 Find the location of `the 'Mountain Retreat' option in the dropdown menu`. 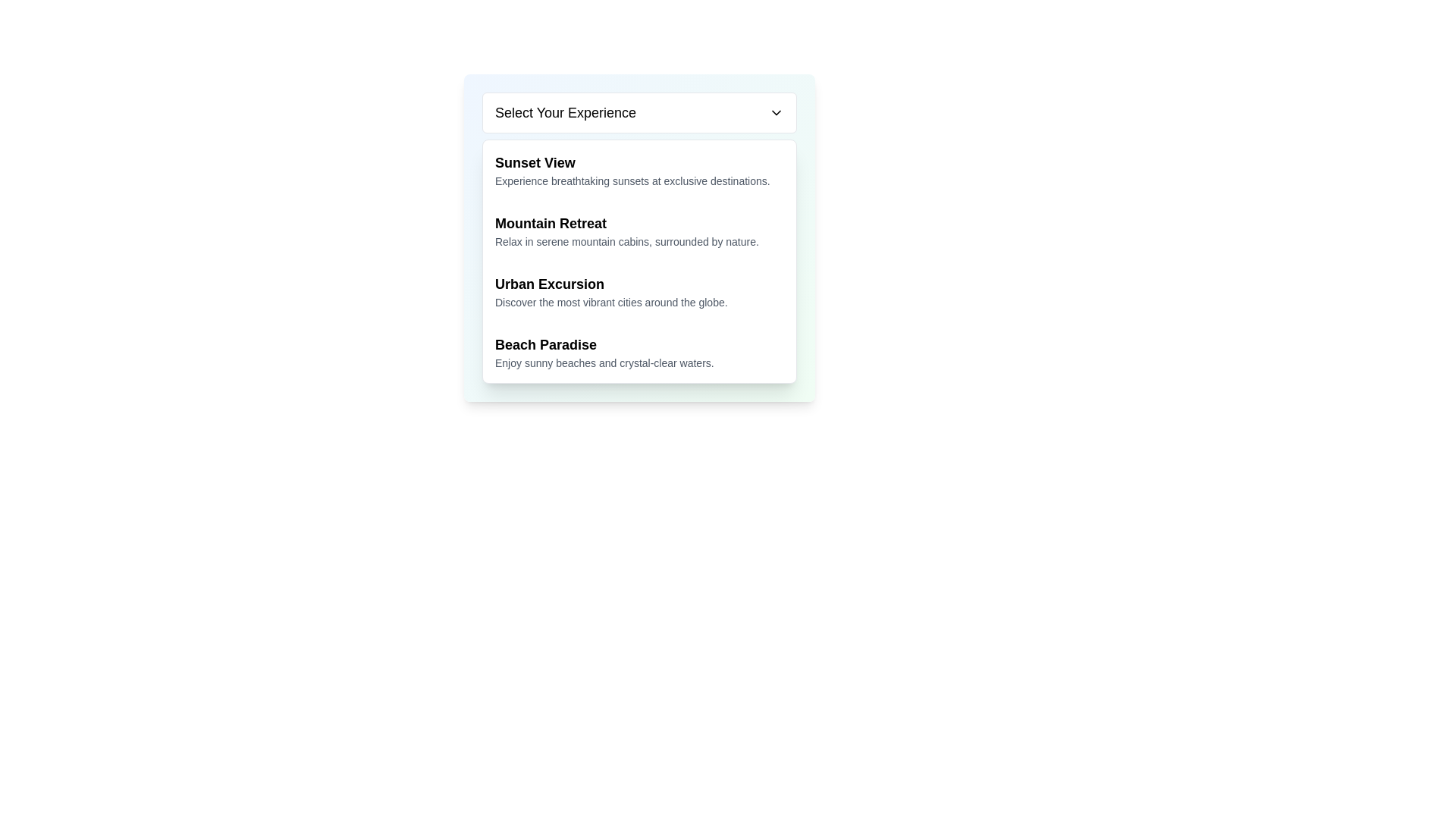

the 'Mountain Retreat' option in the dropdown menu is located at coordinates (639, 231).